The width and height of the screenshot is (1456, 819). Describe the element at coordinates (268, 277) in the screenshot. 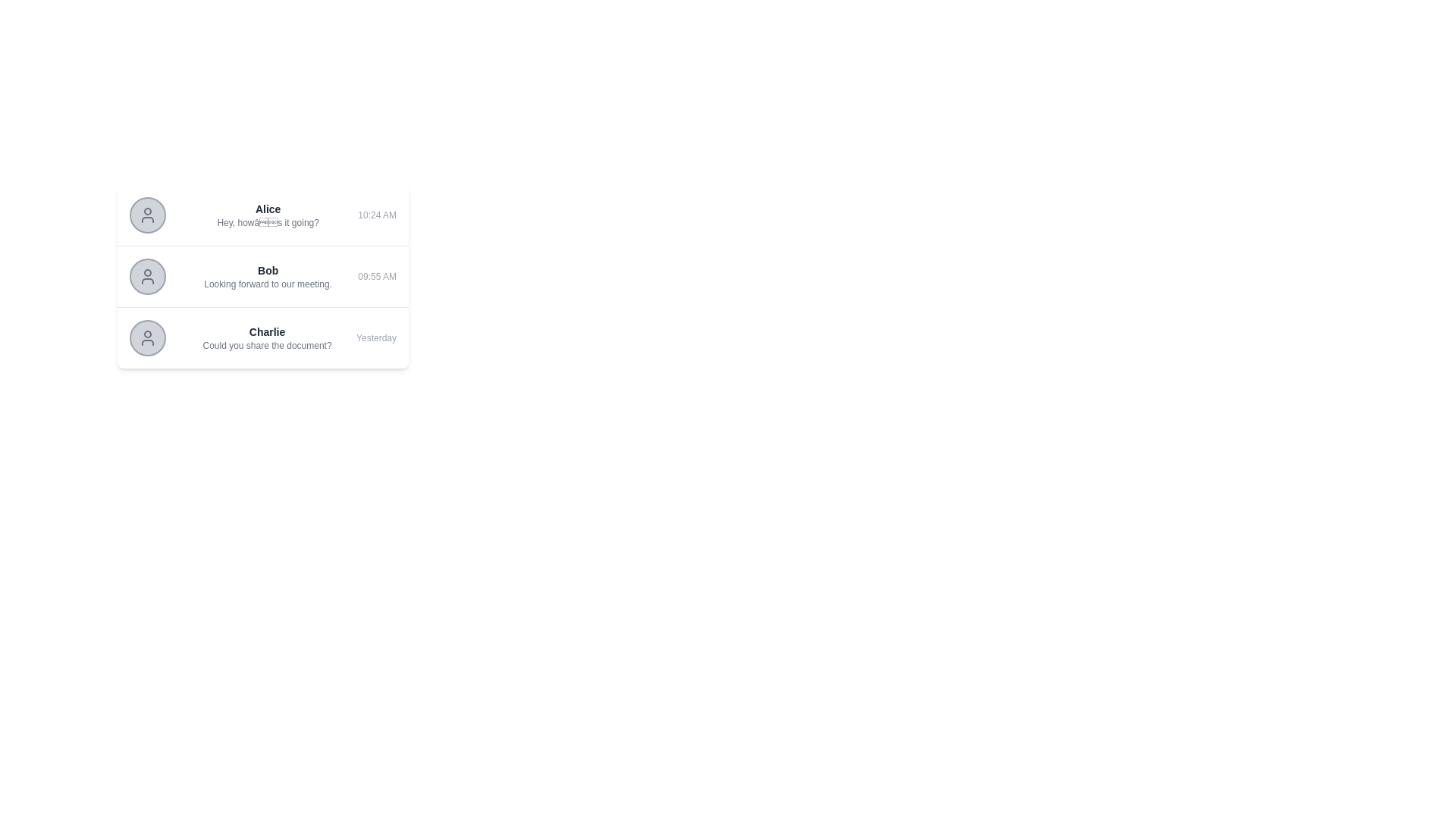

I see `the second list item summary below 'Alice' and above 'Charlie'` at that location.